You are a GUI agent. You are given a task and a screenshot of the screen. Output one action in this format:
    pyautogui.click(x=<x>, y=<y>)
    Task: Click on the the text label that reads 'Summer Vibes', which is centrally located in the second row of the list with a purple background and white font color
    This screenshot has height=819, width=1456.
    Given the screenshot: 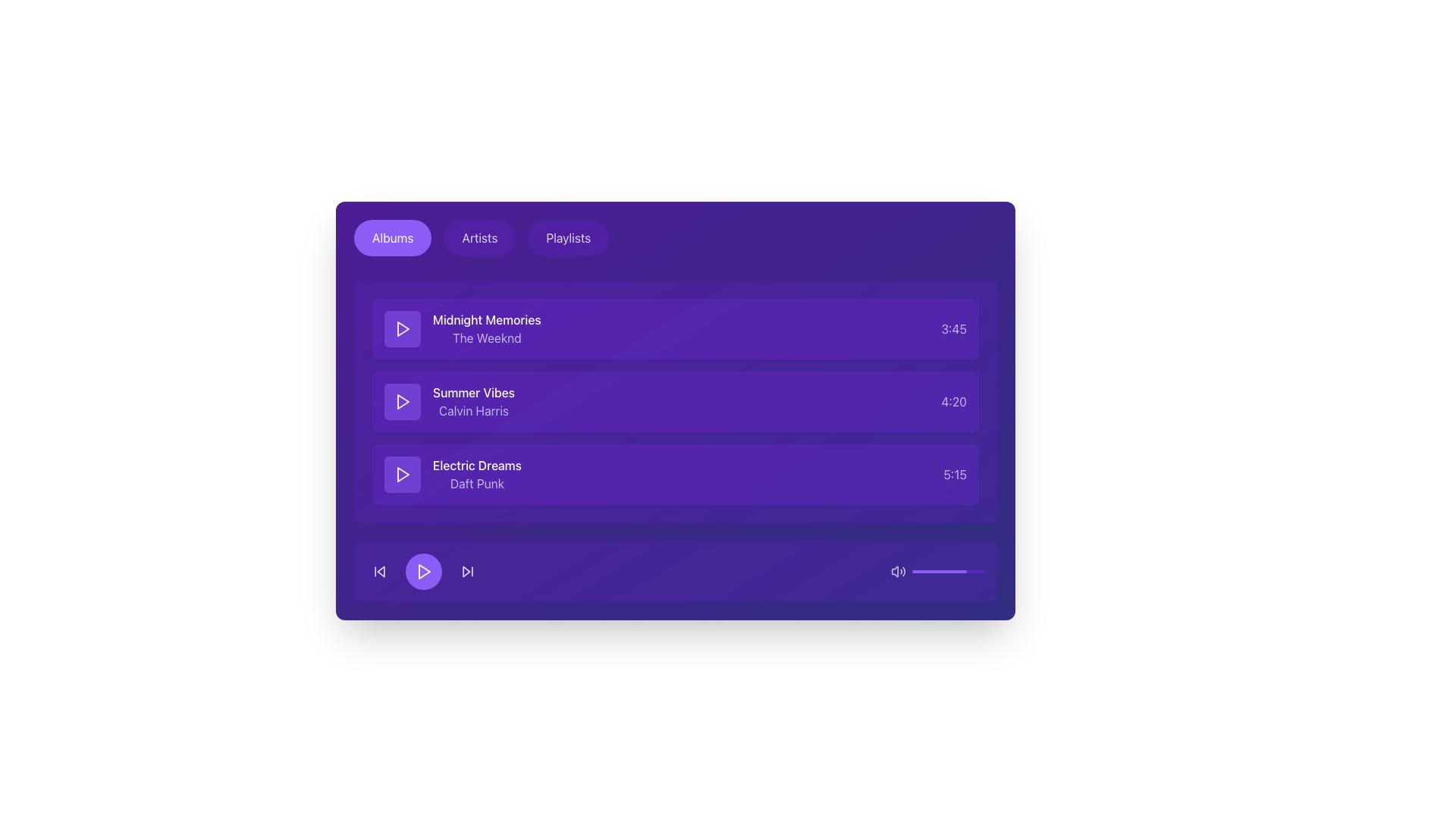 What is the action you would take?
    pyautogui.click(x=472, y=391)
    